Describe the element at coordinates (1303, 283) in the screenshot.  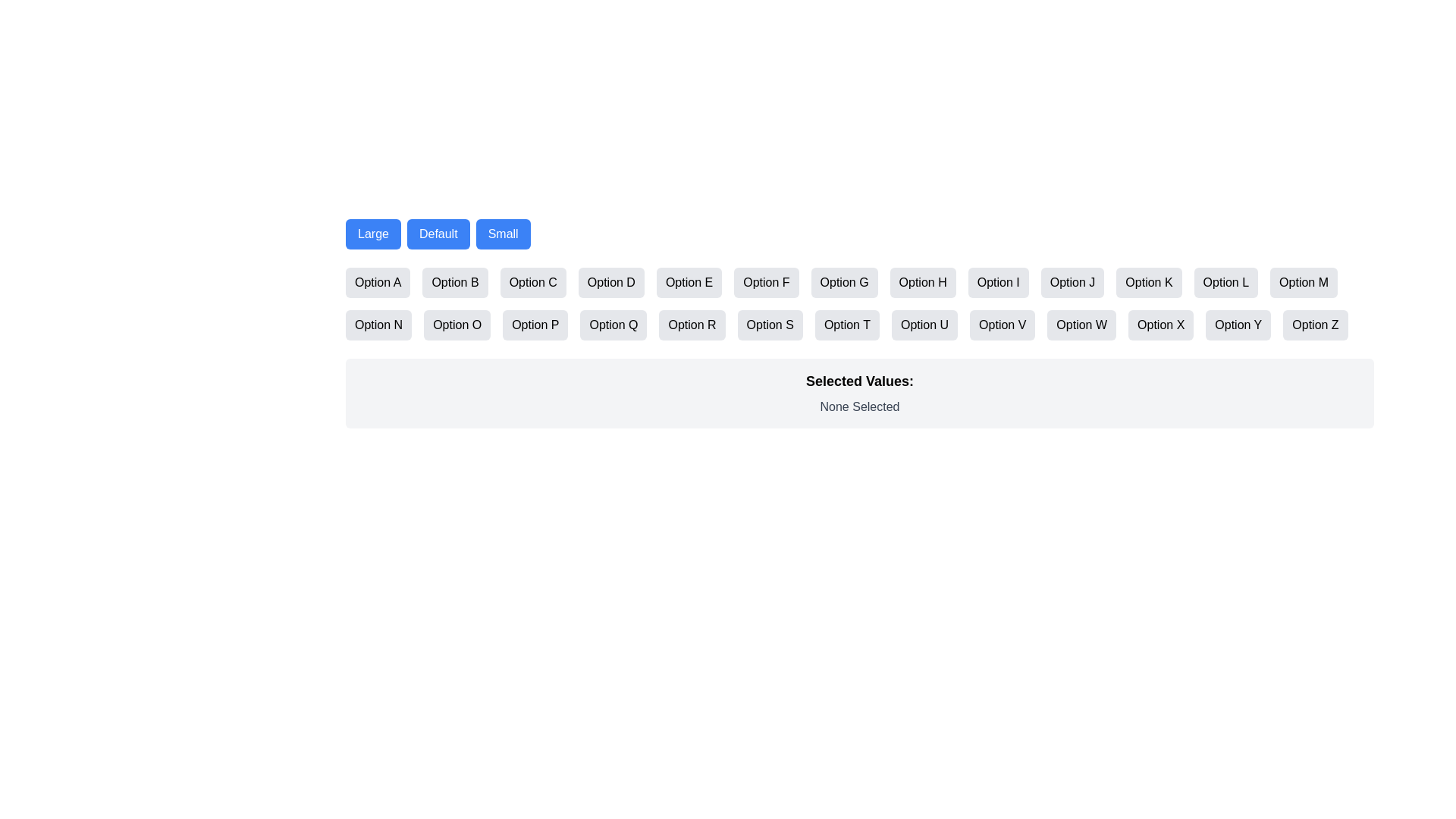
I see `the rectangular button labeled 'Option M' with rounded corners and a light gray background` at that location.